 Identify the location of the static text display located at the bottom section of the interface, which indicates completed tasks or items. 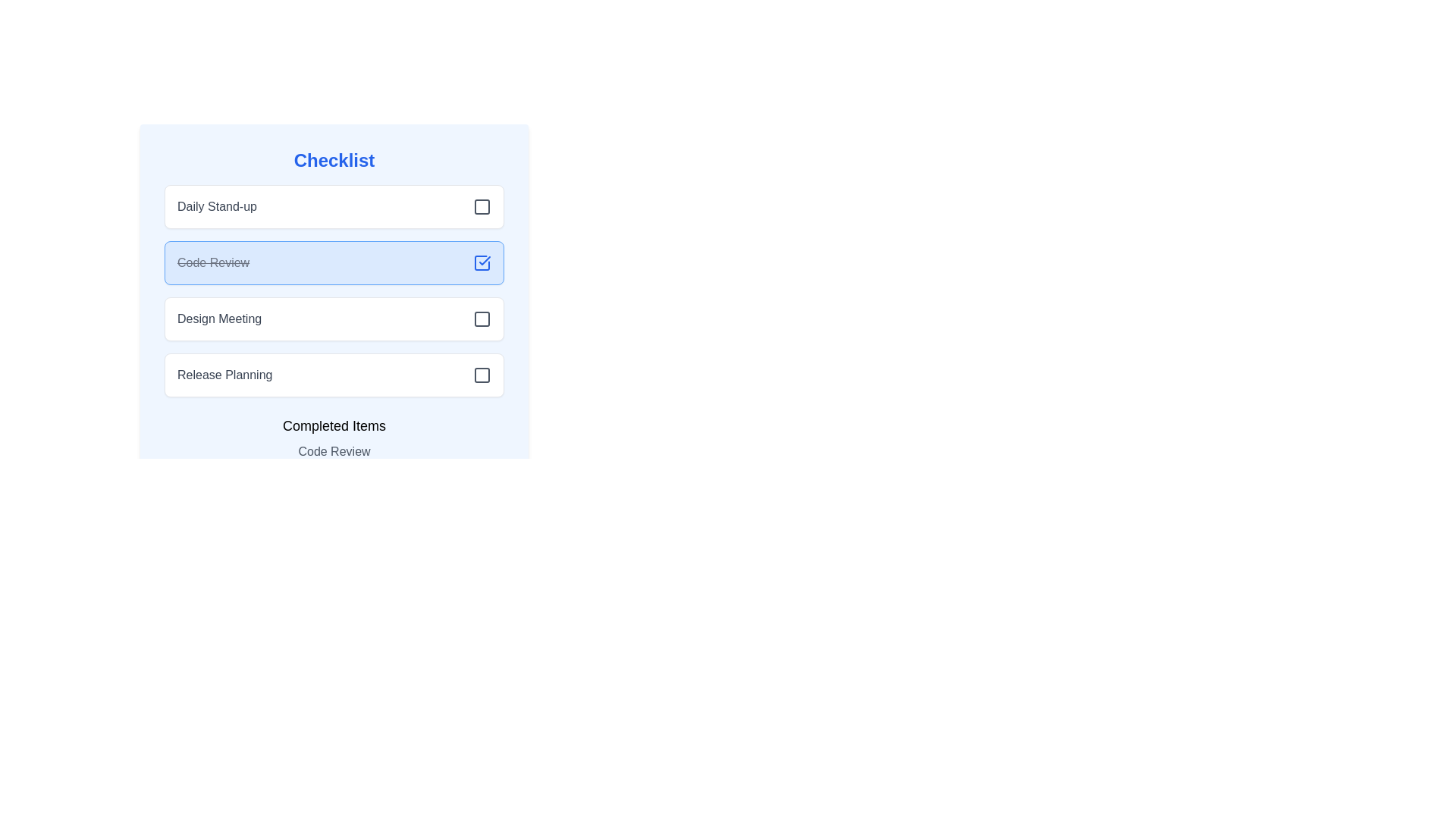
(334, 438).